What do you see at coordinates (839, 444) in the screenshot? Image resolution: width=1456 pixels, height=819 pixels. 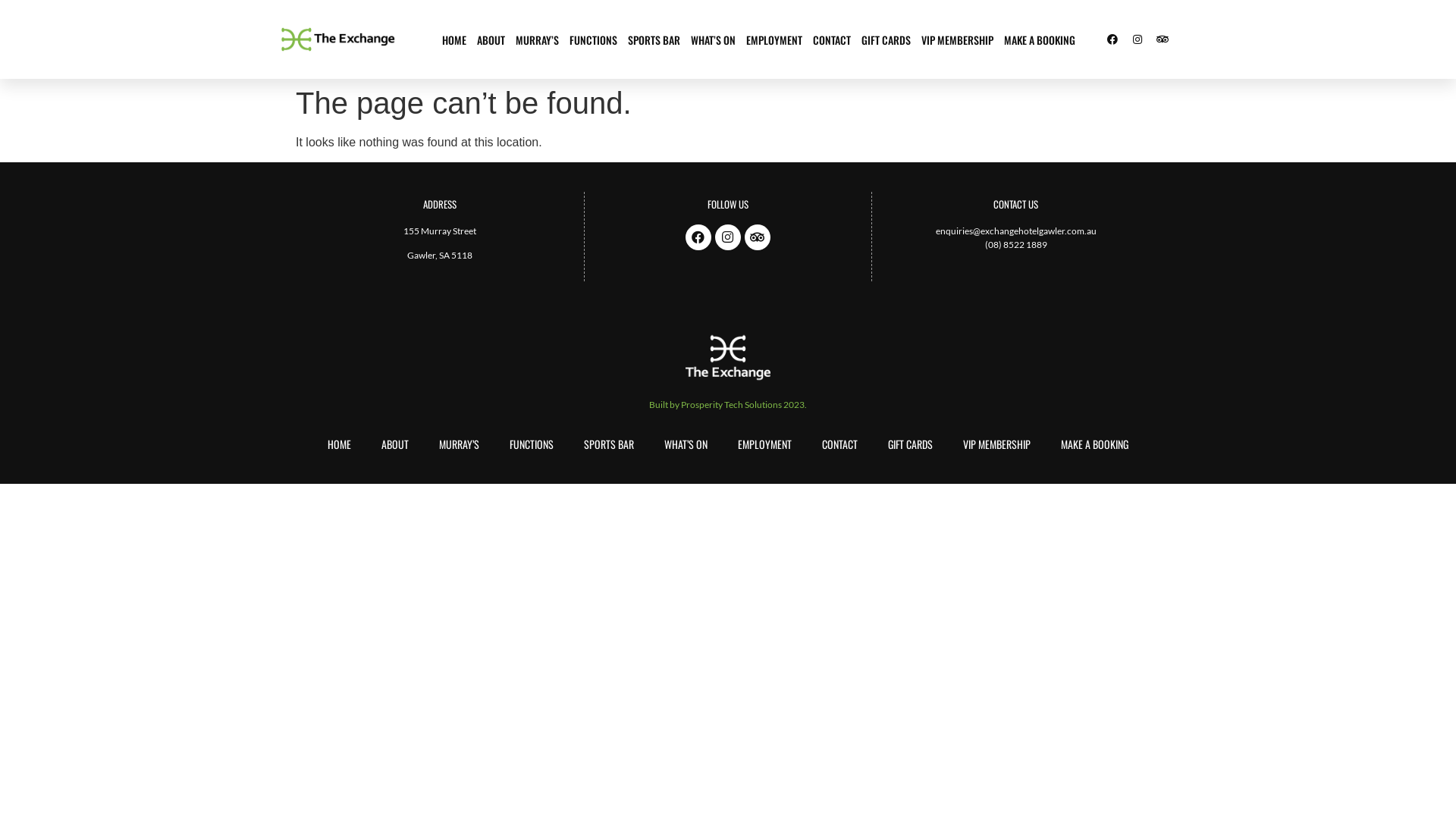 I see `'CONTACT'` at bounding box center [839, 444].